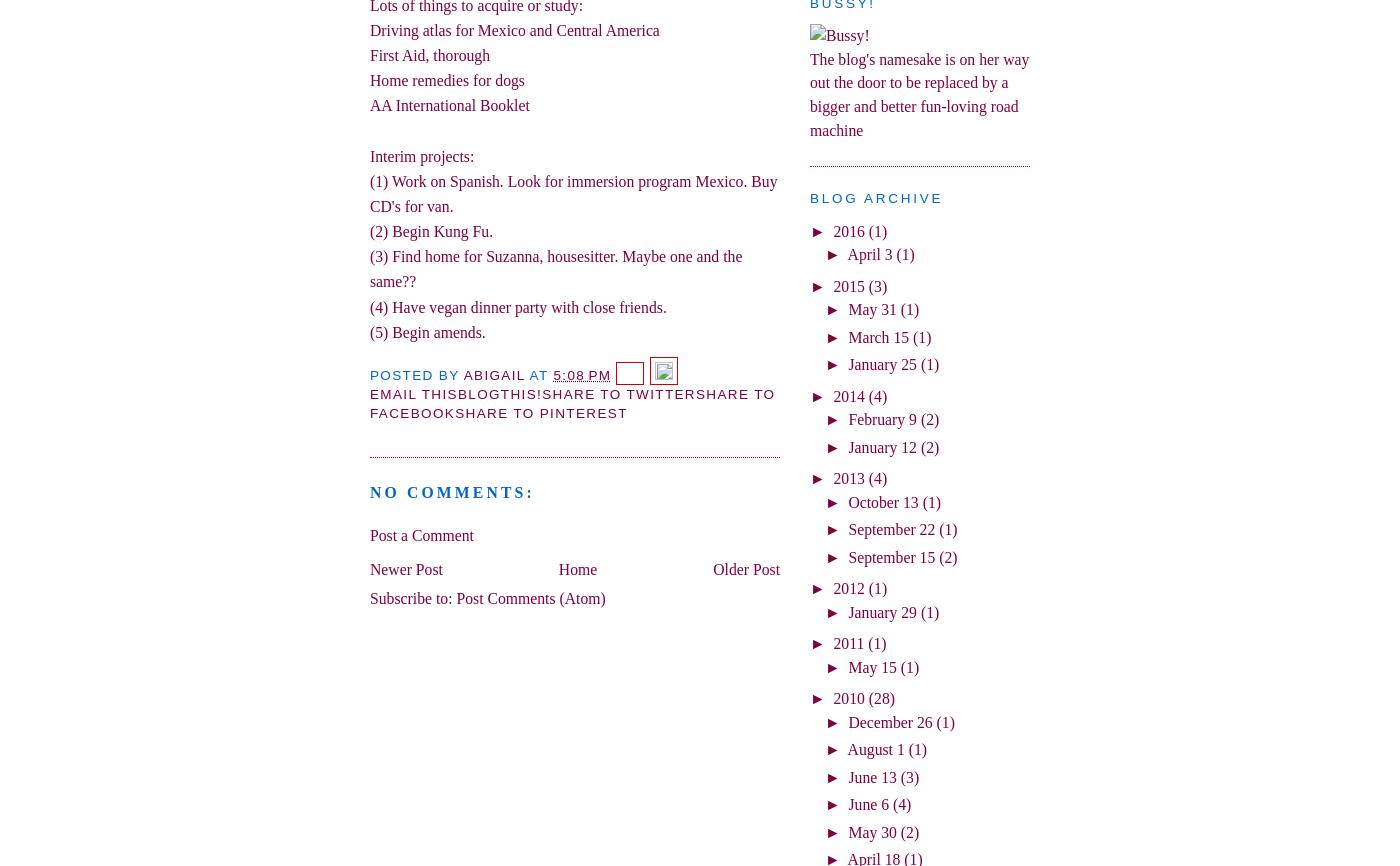 This screenshot has height=866, width=1400. Describe the element at coordinates (847, 611) in the screenshot. I see `'January 29'` at that location.